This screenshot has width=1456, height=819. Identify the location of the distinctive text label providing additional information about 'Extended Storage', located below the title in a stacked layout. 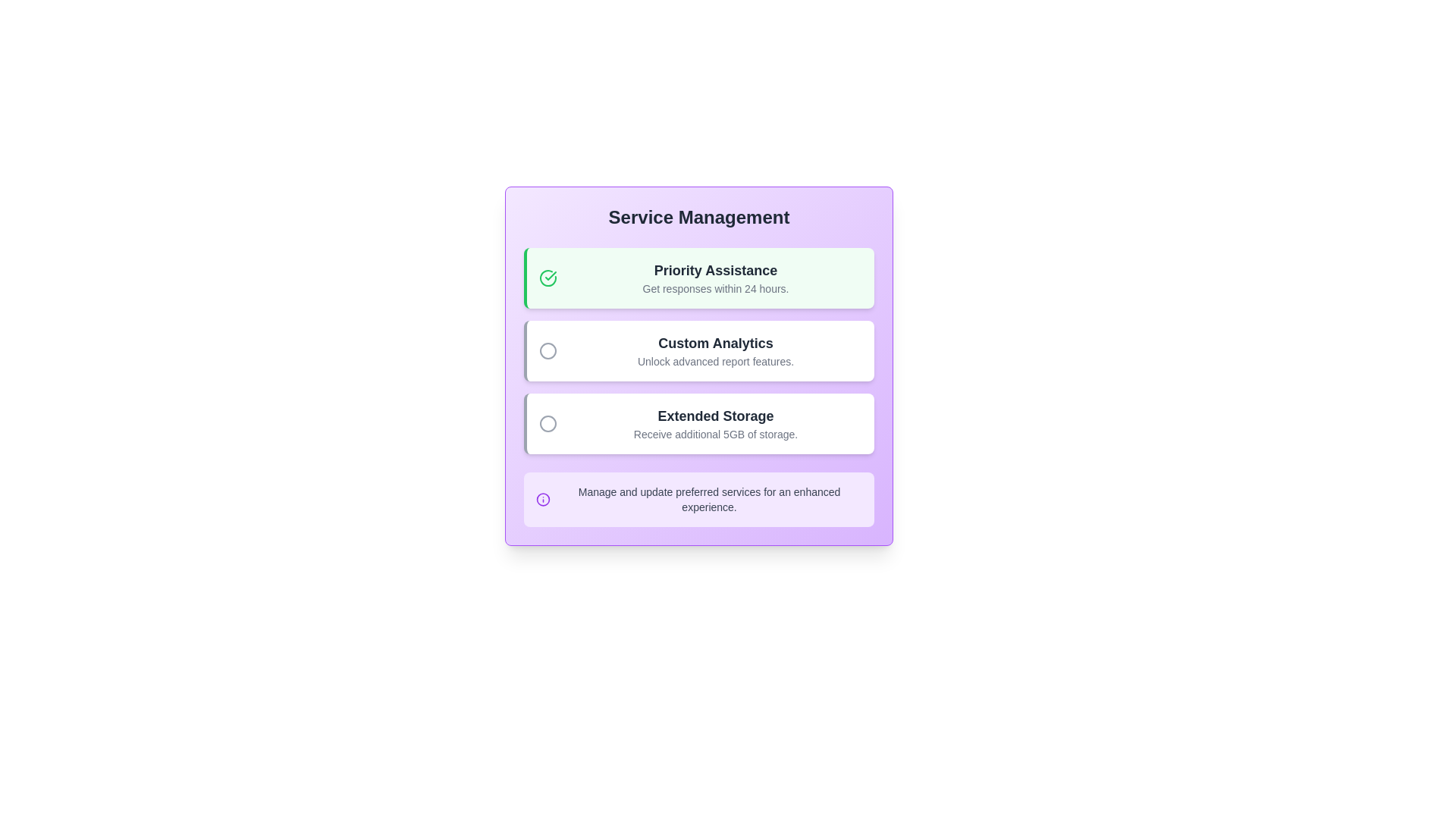
(715, 435).